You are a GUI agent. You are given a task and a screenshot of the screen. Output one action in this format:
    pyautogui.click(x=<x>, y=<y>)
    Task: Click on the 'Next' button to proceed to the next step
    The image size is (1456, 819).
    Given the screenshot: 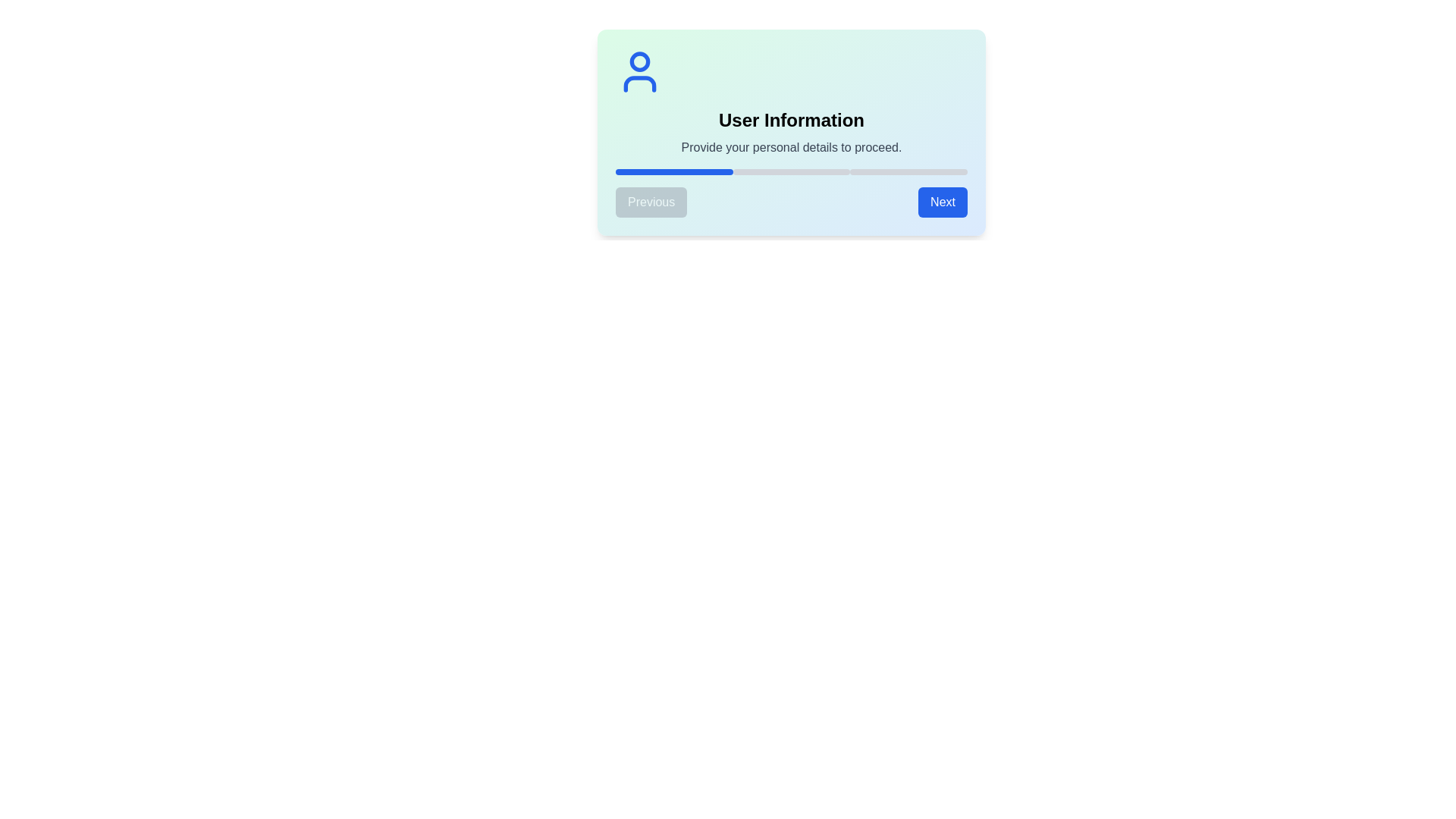 What is the action you would take?
    pyautogui.click(x=942, y=201)
    